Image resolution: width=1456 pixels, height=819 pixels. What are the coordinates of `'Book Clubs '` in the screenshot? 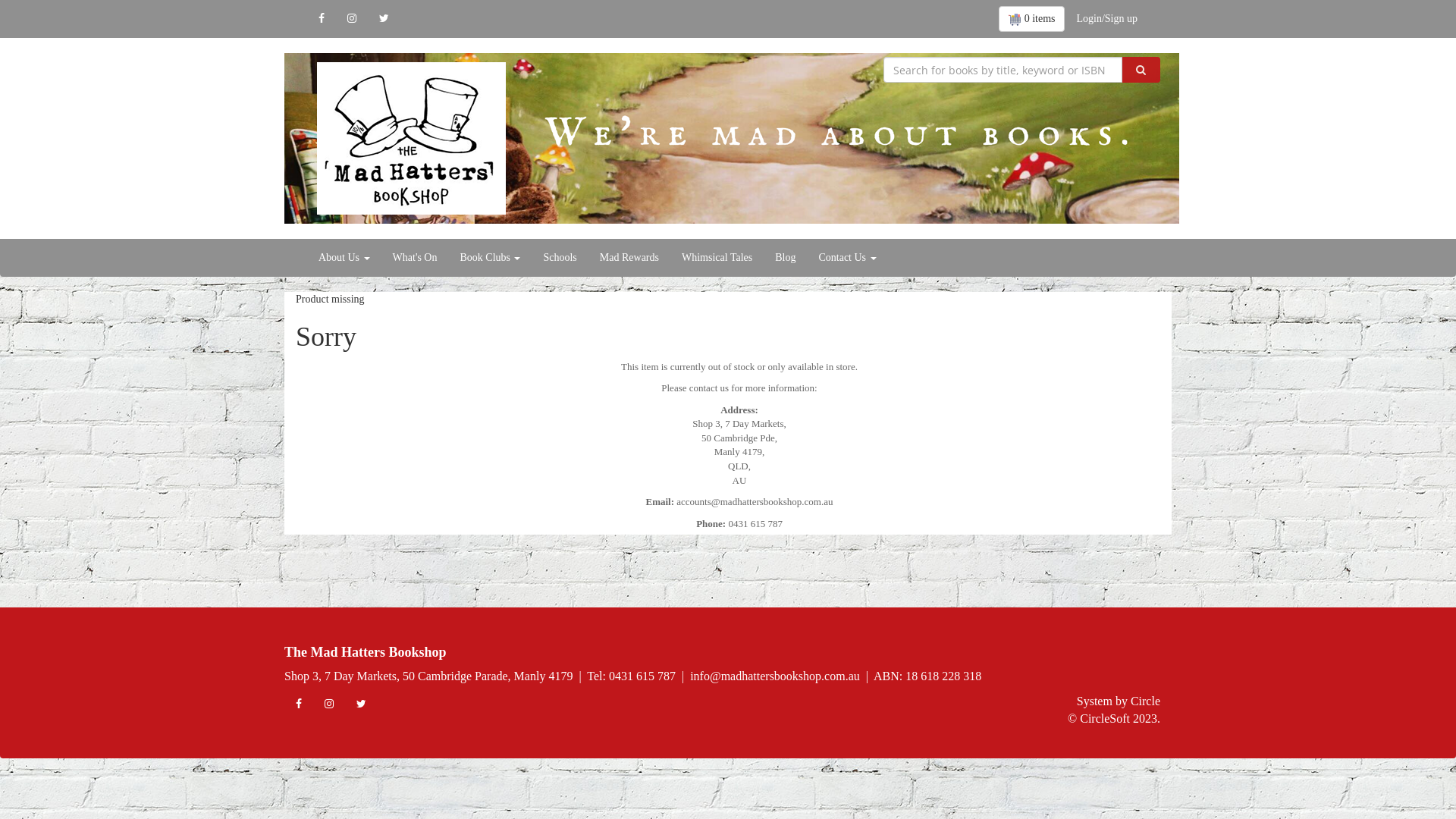 It's located at (490, 256).